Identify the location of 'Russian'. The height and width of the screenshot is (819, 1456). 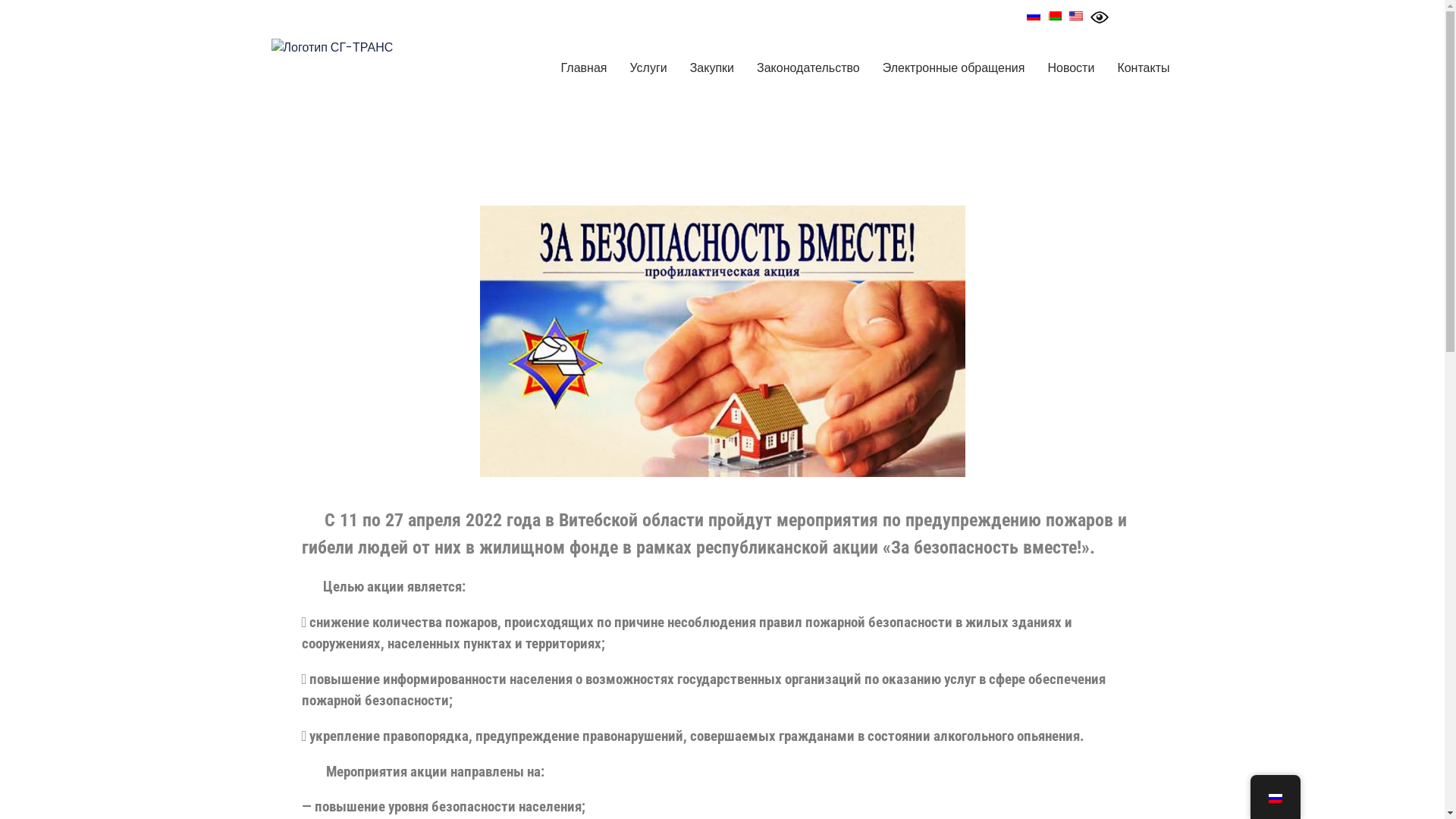
(1033, 15).